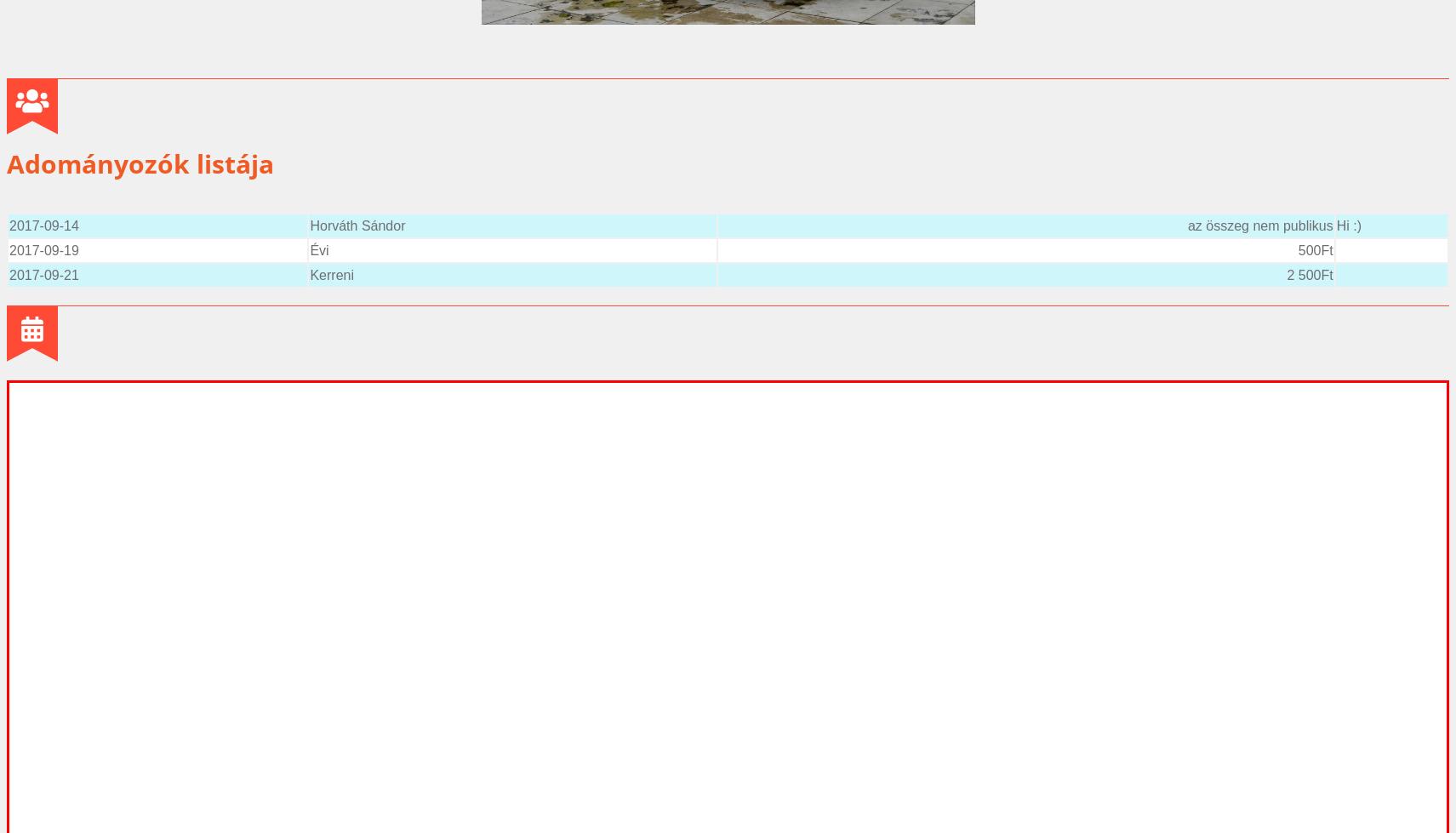 The image size is (1456, 833). Describe the element at coordinates (8, 225) in the screenshot. I see `'2017-09-14'` at that location.